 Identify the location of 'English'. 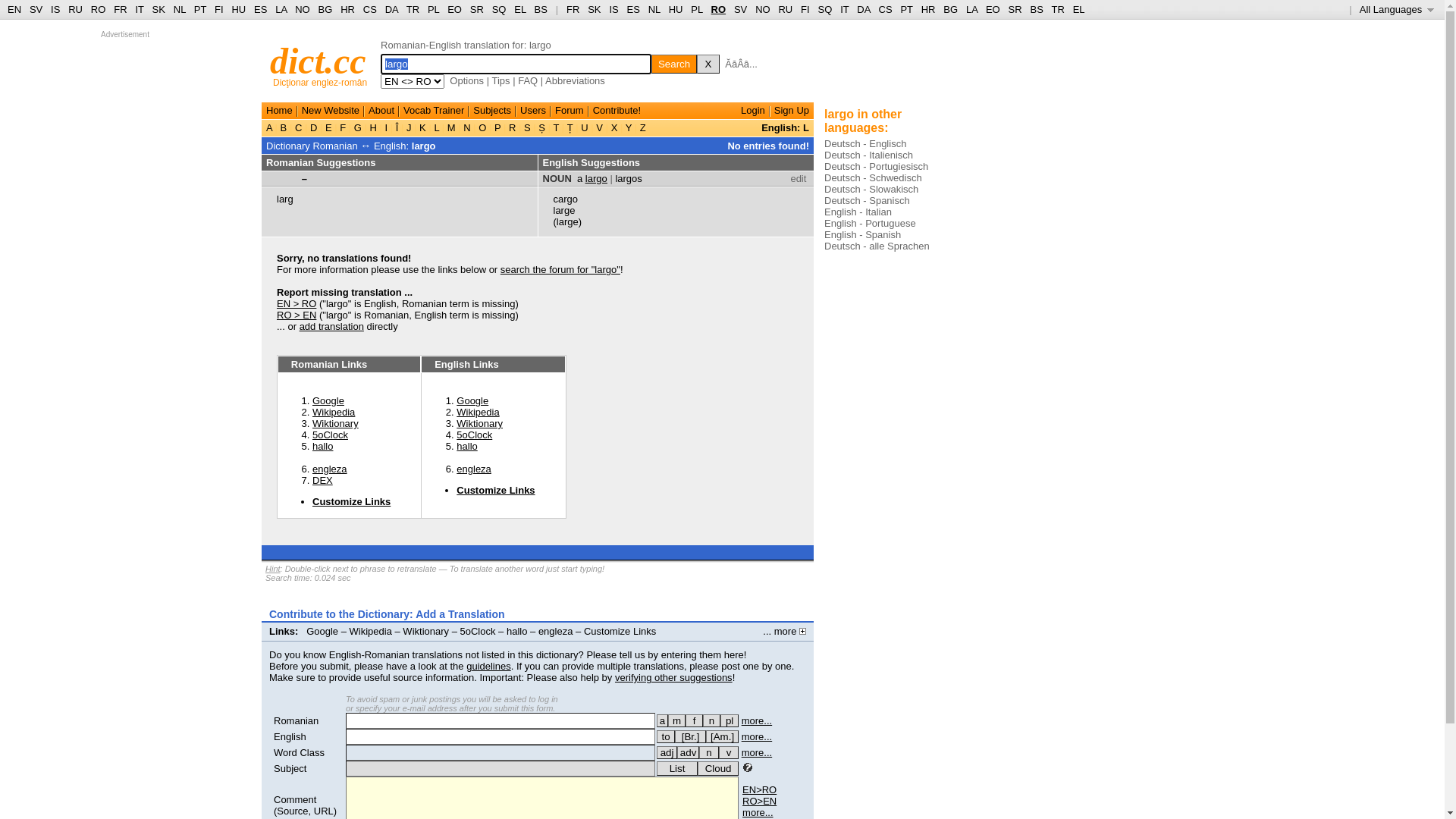
(290, 736).